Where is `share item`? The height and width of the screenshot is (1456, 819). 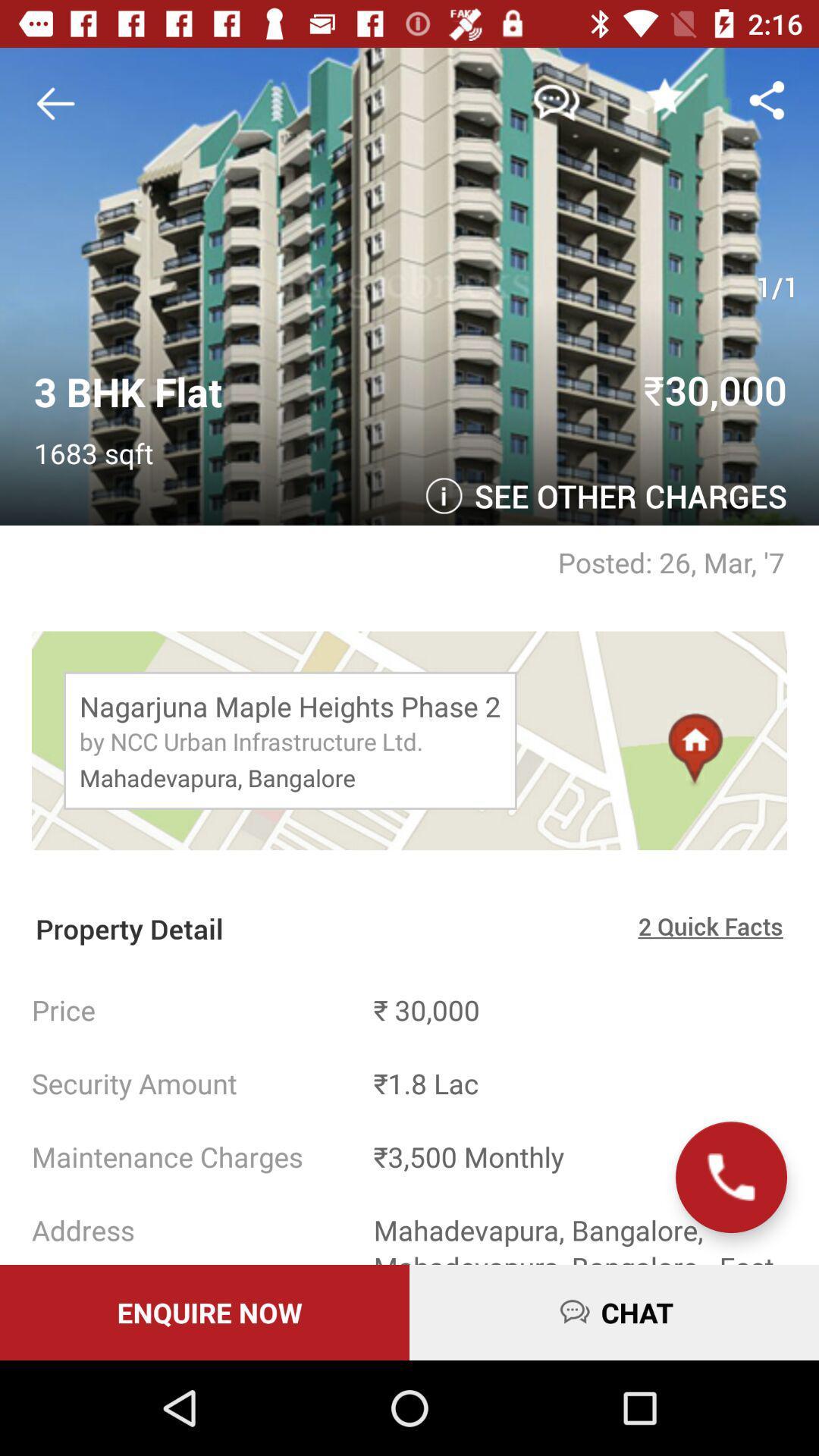
share item is located at coordinates (767, 99).